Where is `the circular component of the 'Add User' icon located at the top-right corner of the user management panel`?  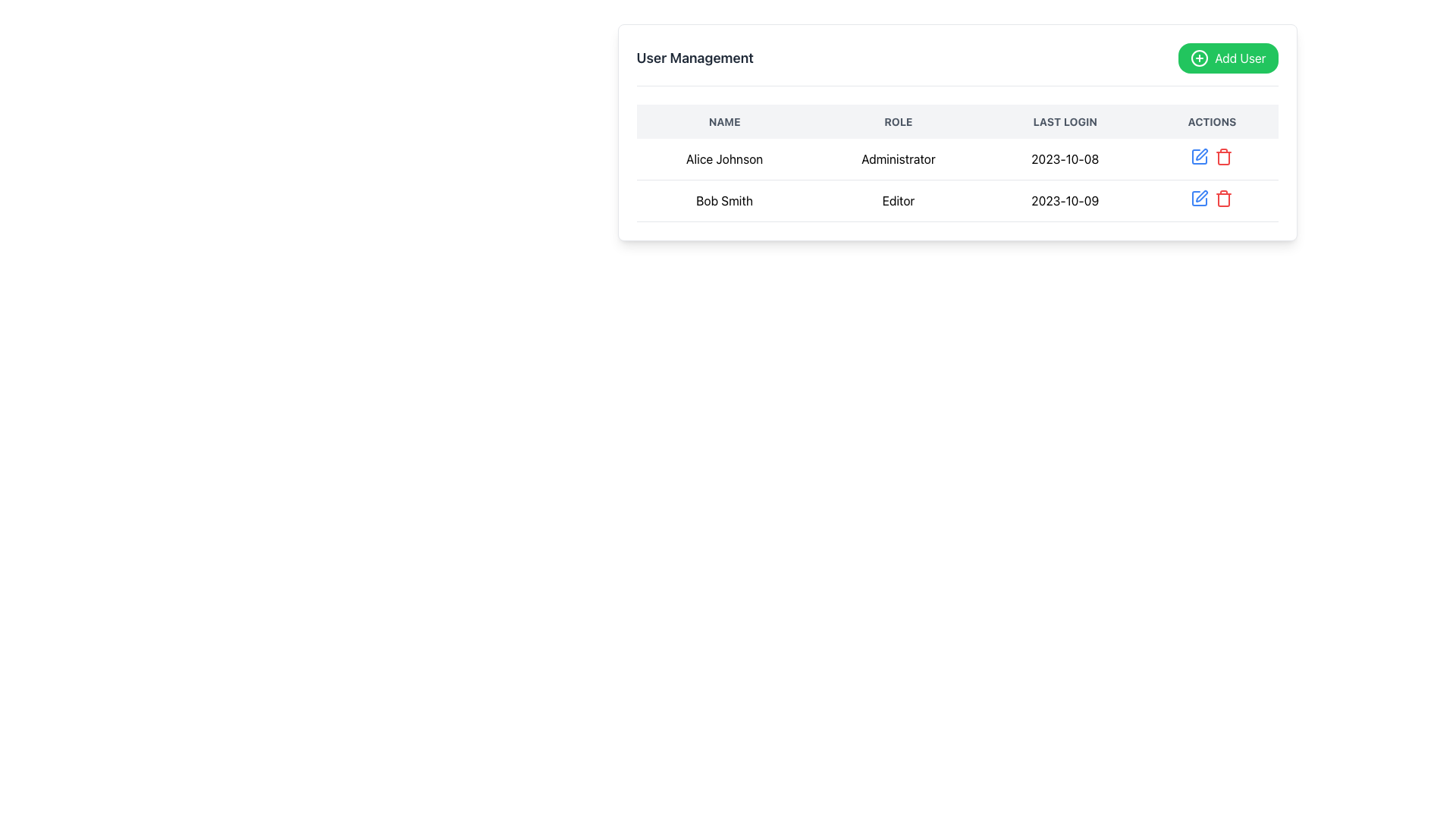
the circular component of the 'Add User' icon located at the top-right corner of the user management panel is located at coordinates (1199, 58).